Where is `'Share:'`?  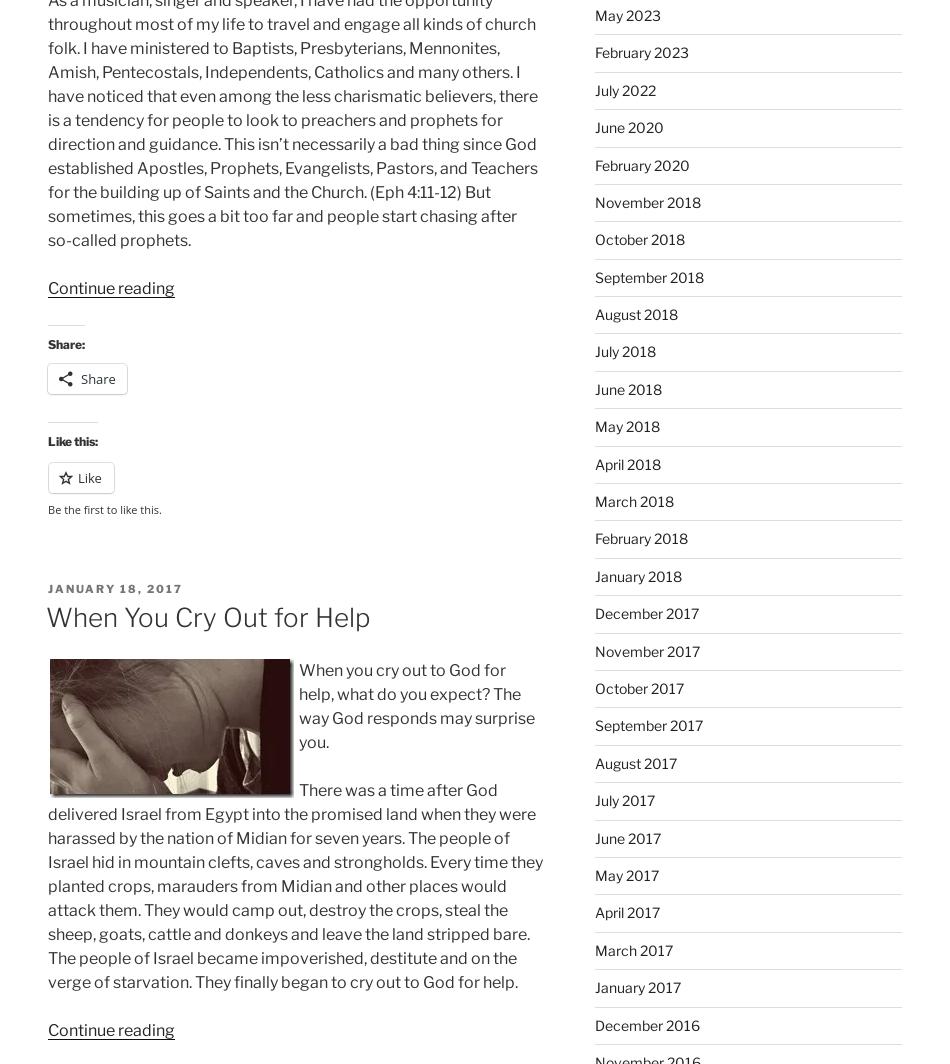
'Share:' is located at coordinates (66, 344).